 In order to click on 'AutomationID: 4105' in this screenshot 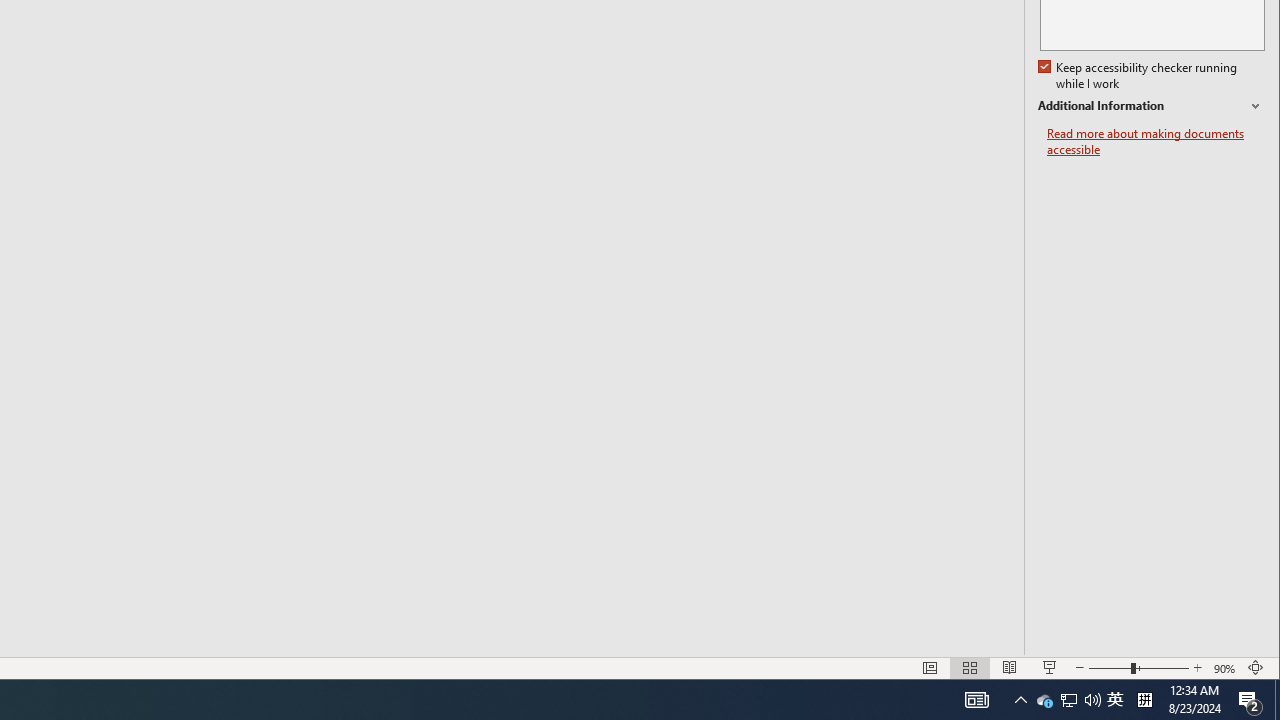, I will do `click(977, 698)`.